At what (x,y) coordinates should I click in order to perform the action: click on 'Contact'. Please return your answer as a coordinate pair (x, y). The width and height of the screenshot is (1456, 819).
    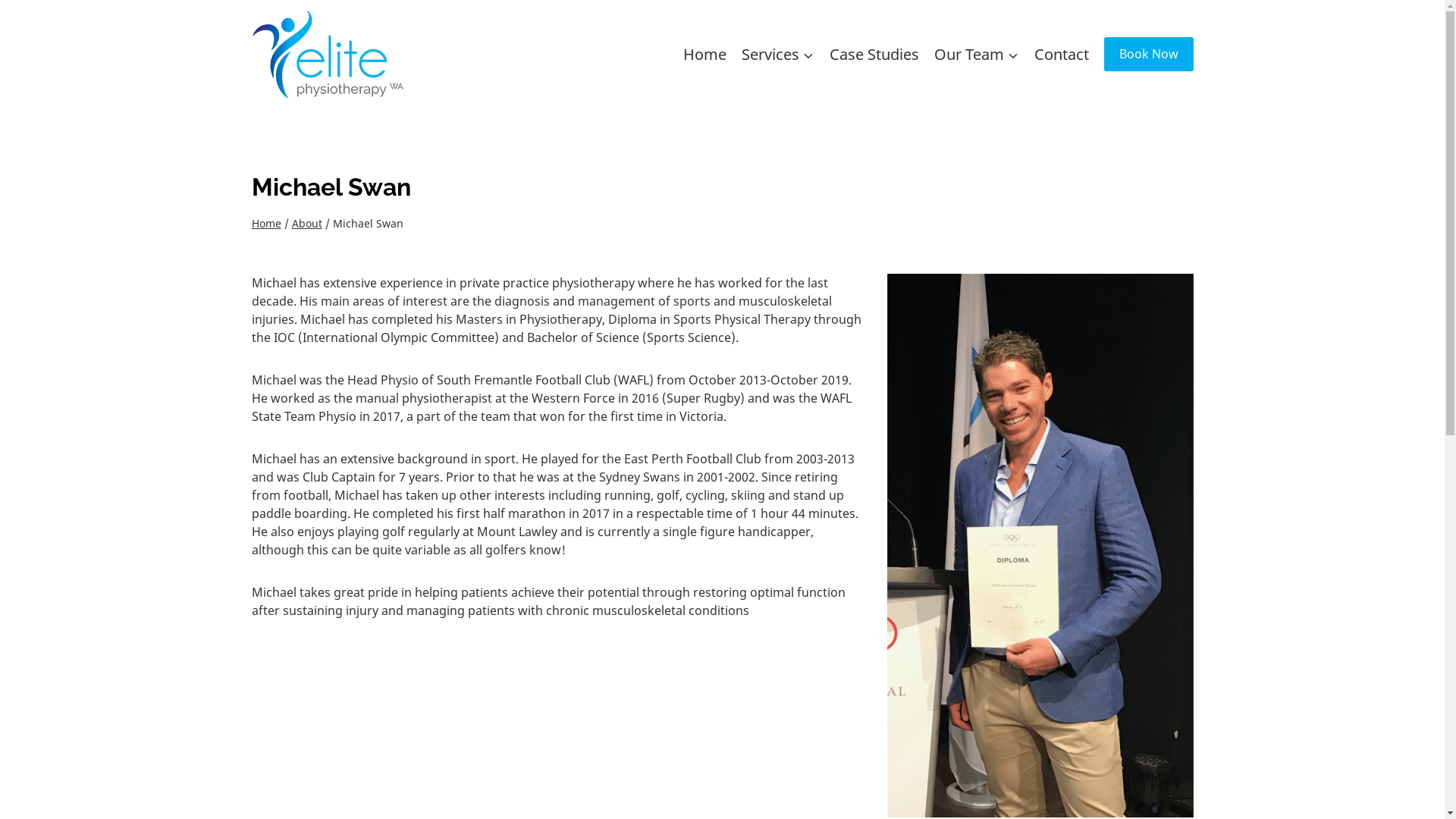
    Looking at the image, I should click on (1061, 52).